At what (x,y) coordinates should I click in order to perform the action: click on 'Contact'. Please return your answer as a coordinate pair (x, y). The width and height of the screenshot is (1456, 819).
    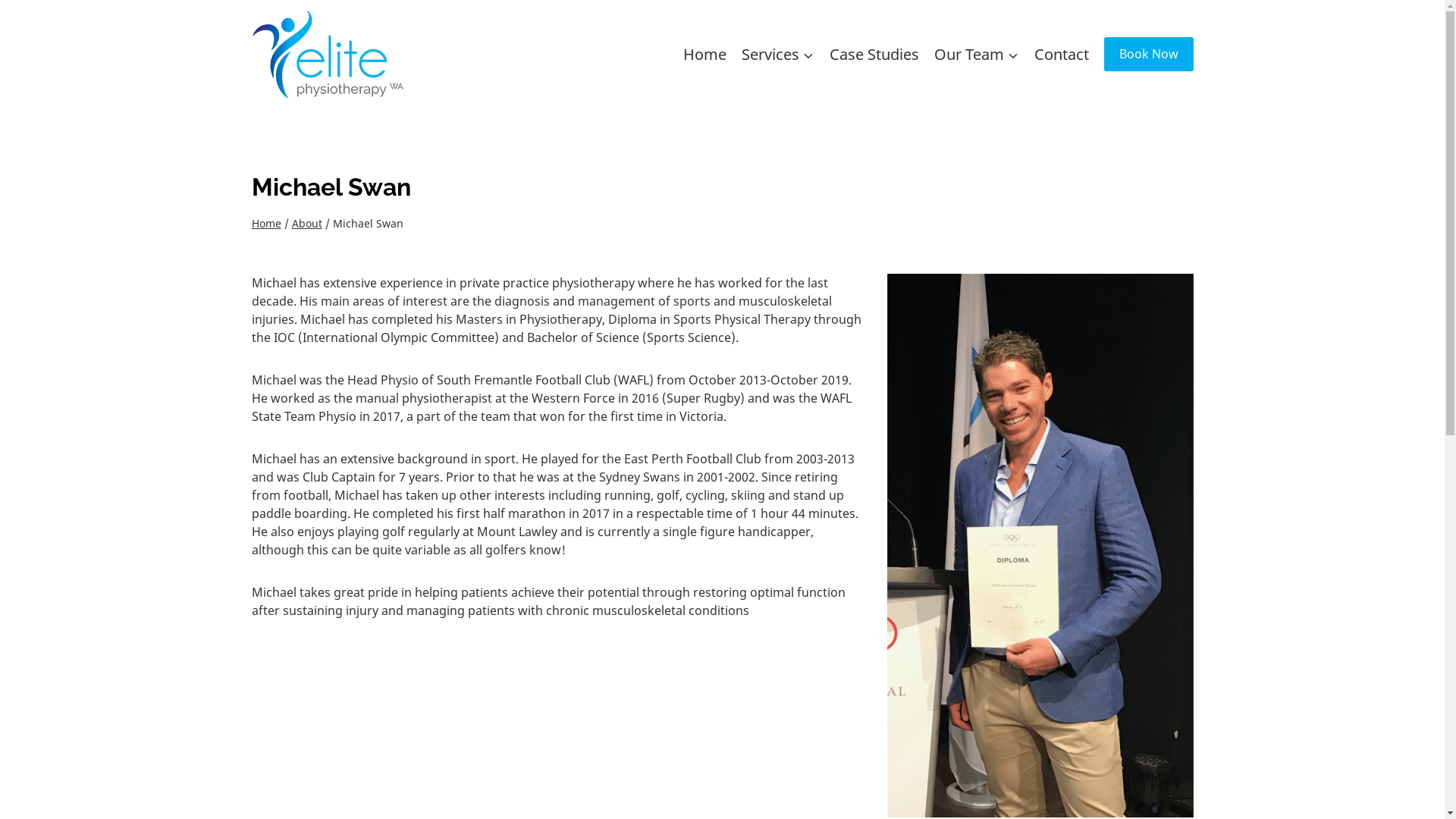
    Looking at the image, I should click on (1061, 52).